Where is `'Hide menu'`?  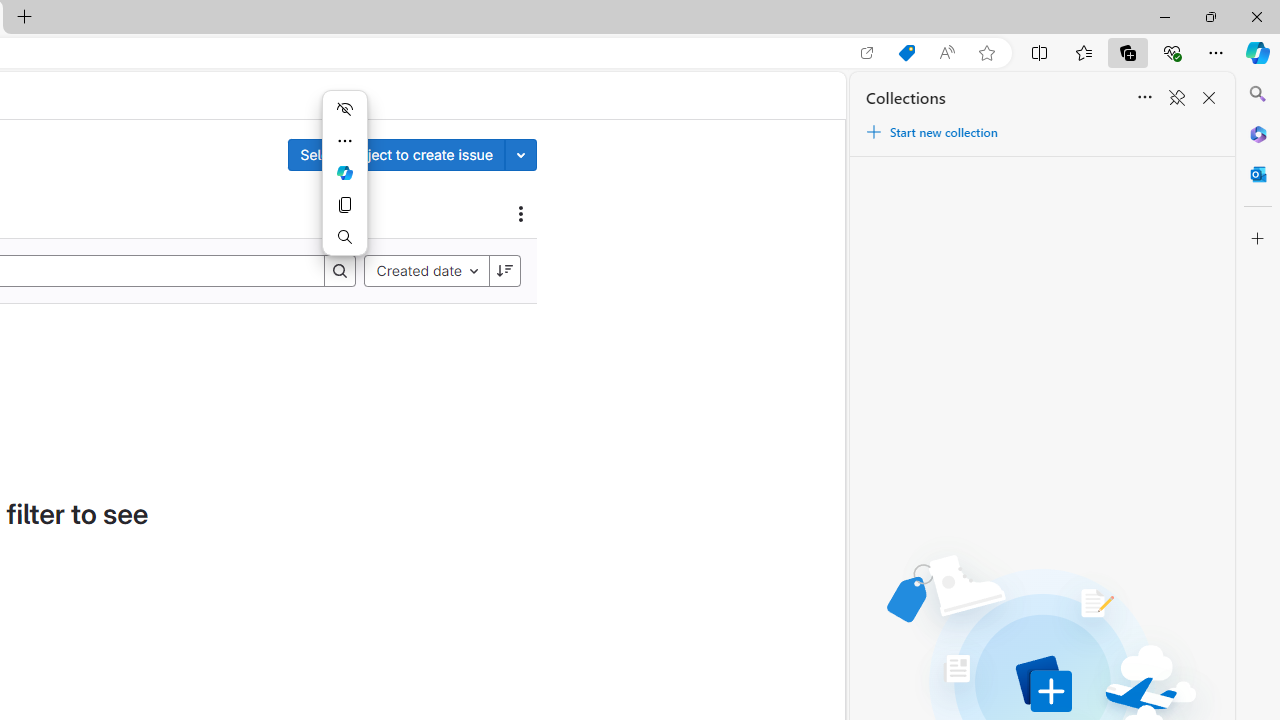 'Hide menu' is located at coordinates (344, 109).